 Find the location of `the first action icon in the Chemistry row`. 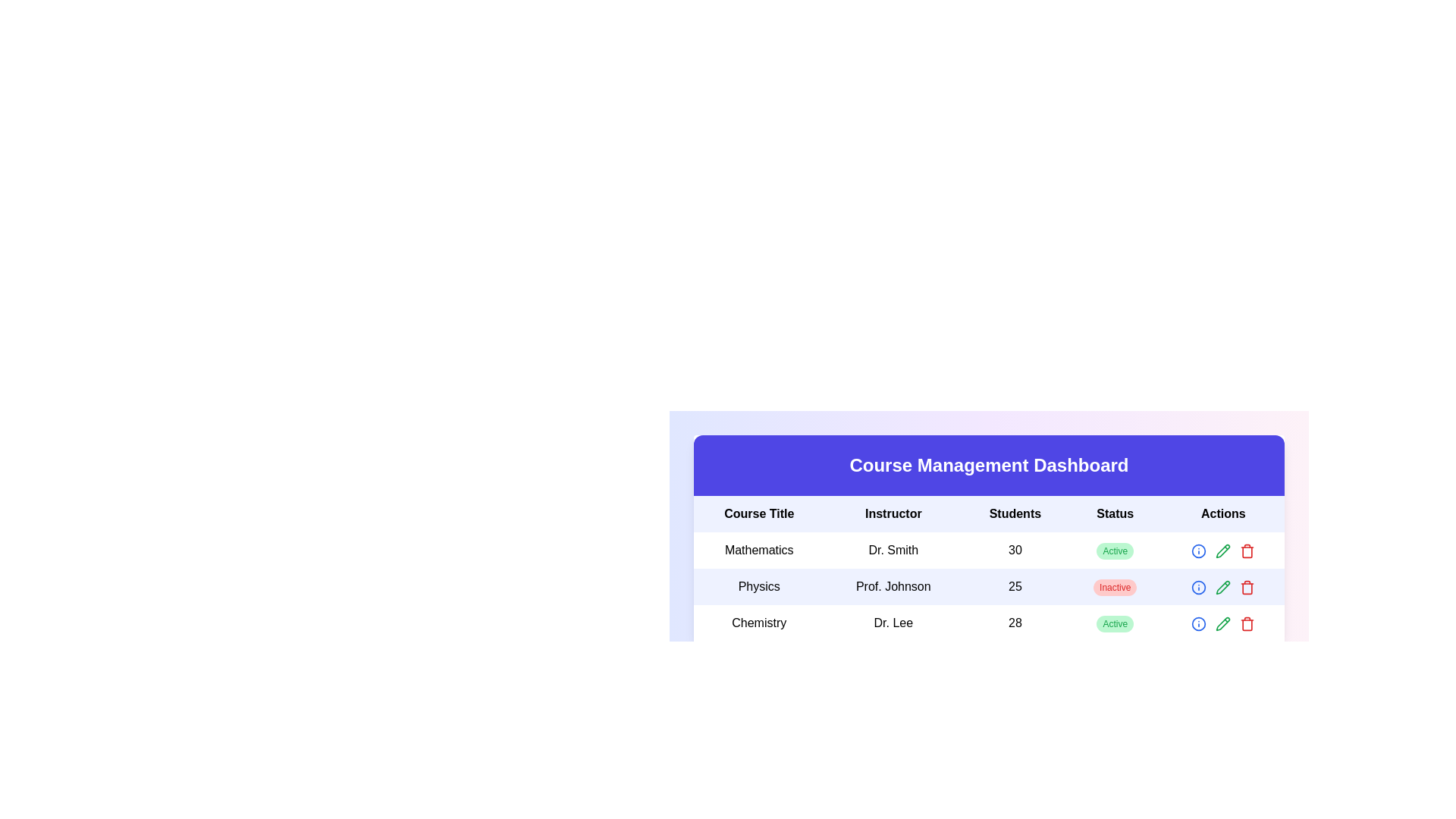

the first action icon in the Chemistry row is located at coordinates (1198, 623).